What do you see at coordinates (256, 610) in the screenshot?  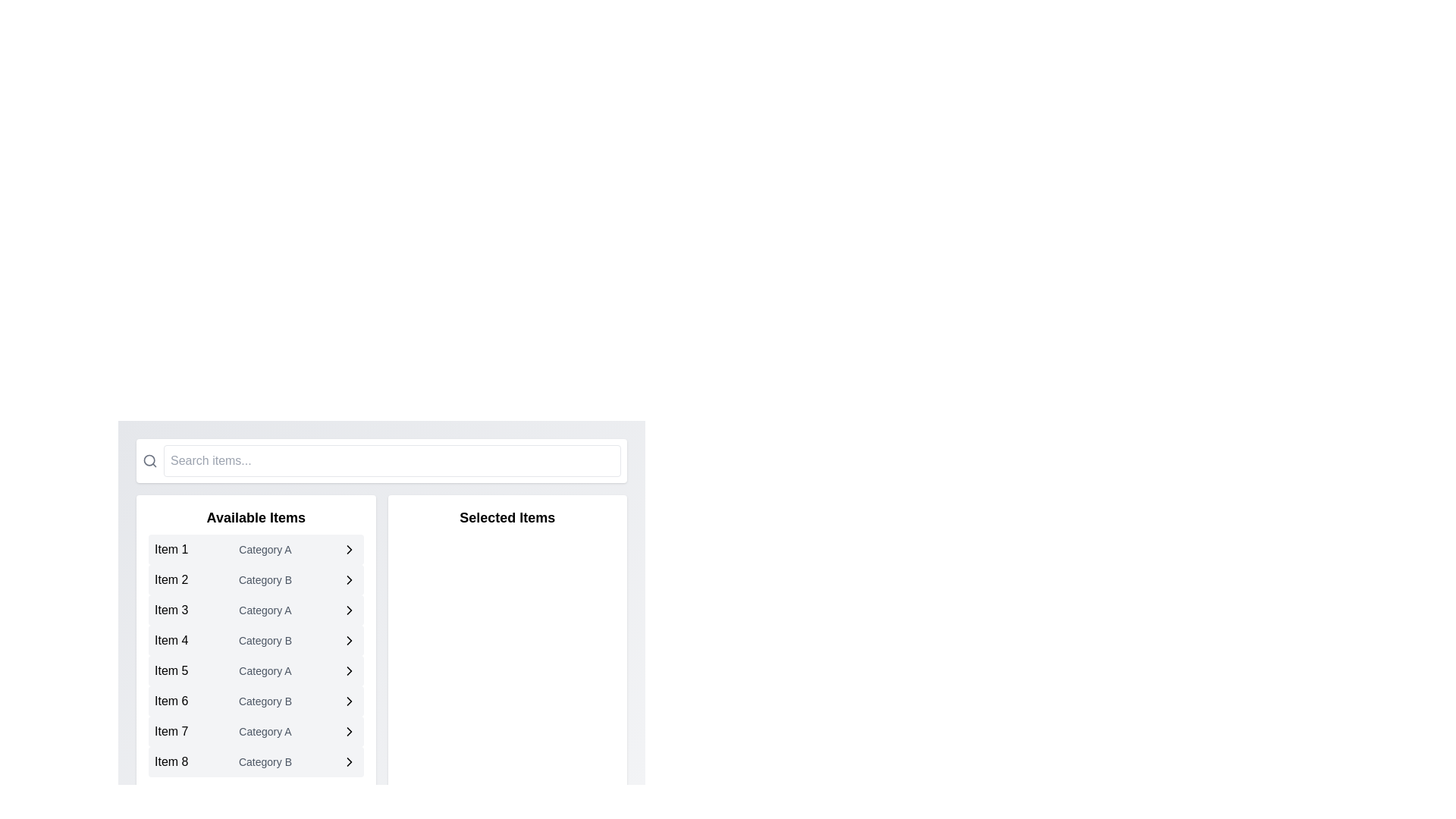 I see `the third item in the selectable list labeled 'Available Items'` at bounding box center [256, 610].